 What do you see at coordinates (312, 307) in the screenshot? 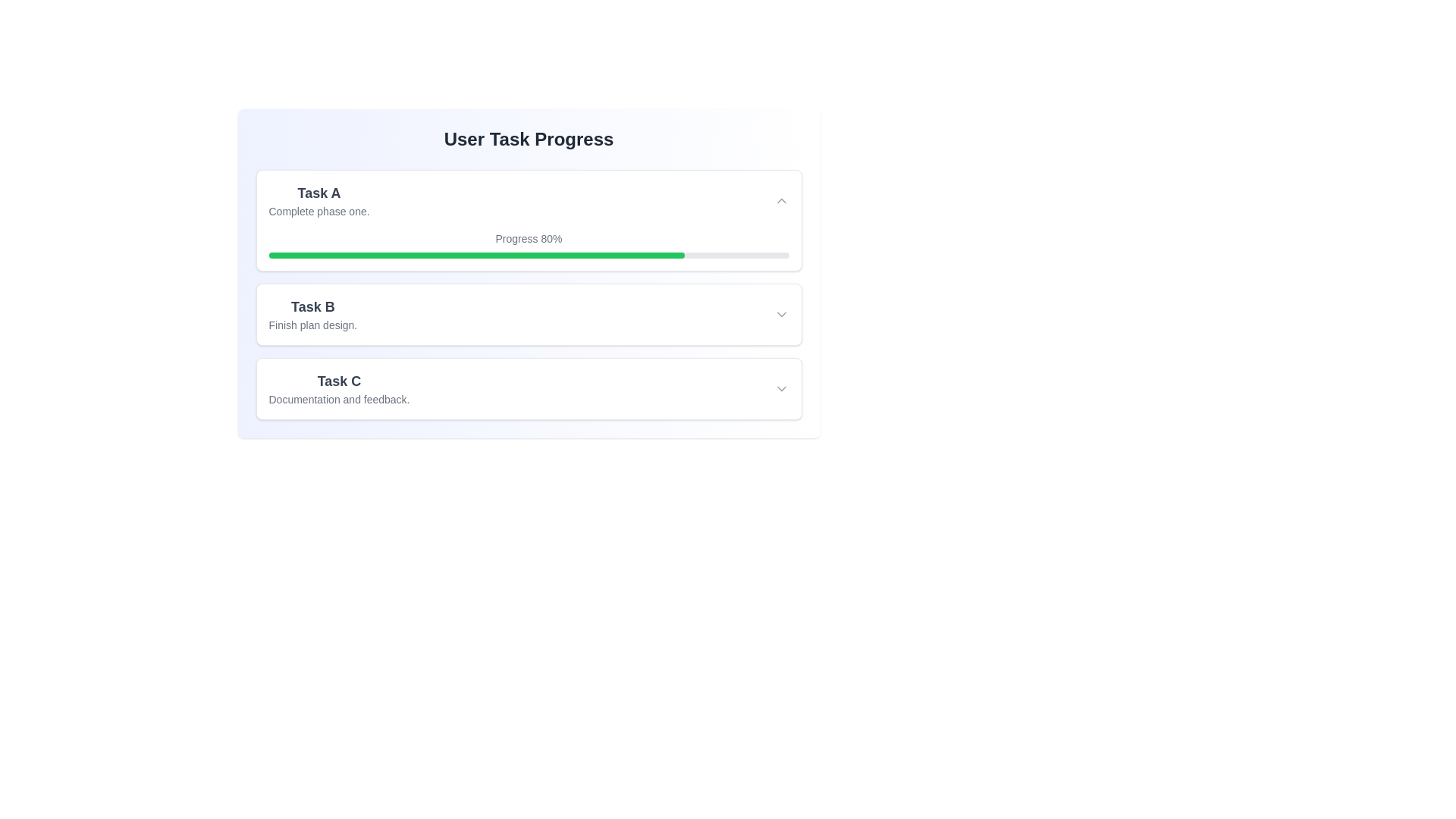
I see `the Text label that serves as the title for 'Task B', positioned within the second task card above the description text 'Finish plan design'` at bounding box center [312, 307].